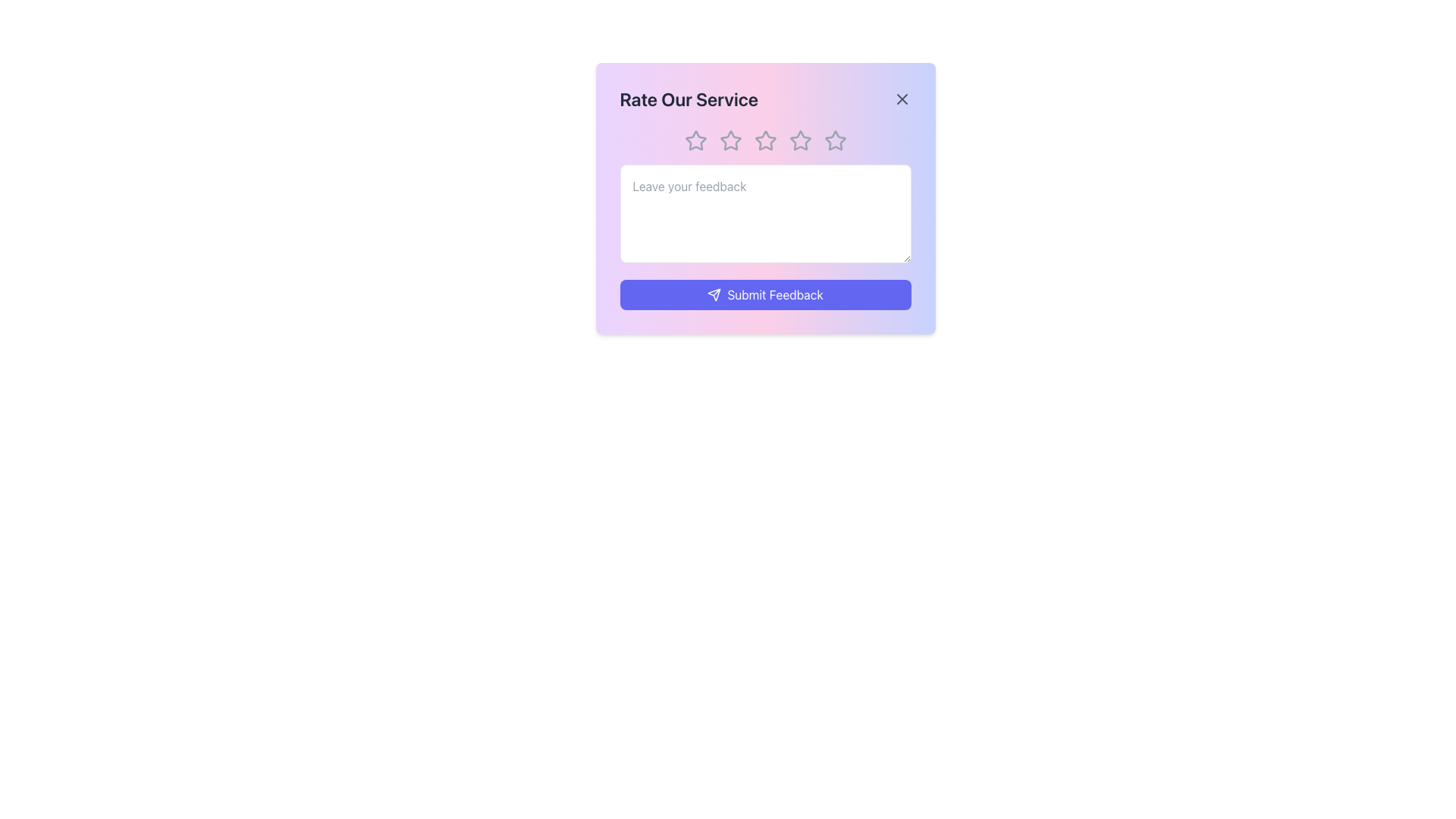  What do you see at coordinates (834, 140) in the screenshot?
I see `the fifth Interactive Rating Star Icon, which is styled with a gray outline and turns yellow on hover` at bounding box center [834, 140].